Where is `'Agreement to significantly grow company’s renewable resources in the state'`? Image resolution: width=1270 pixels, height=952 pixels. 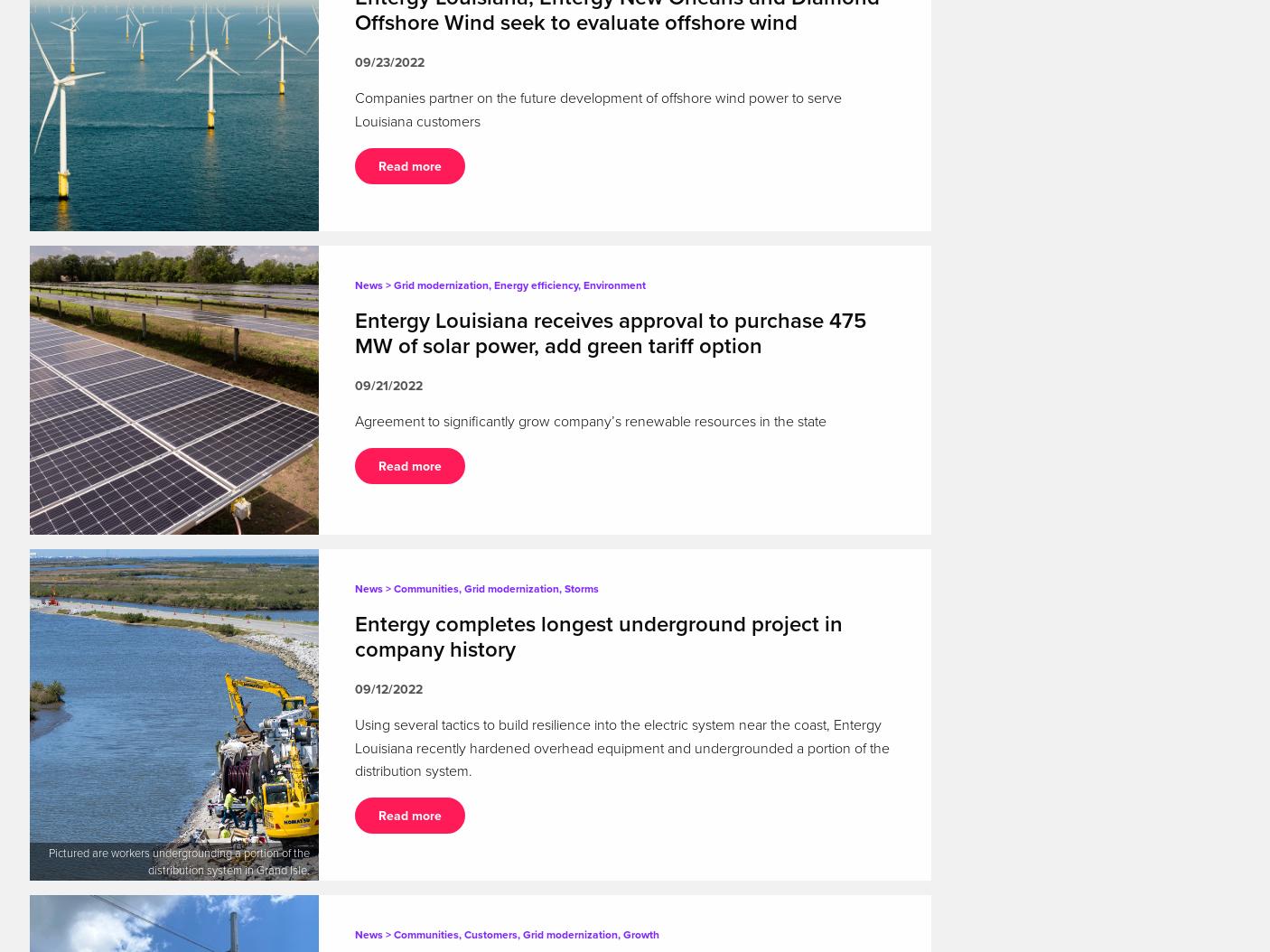
'Agreement to significantly grow company’s renewable resources in the state' is located at coordinates (590, 421).